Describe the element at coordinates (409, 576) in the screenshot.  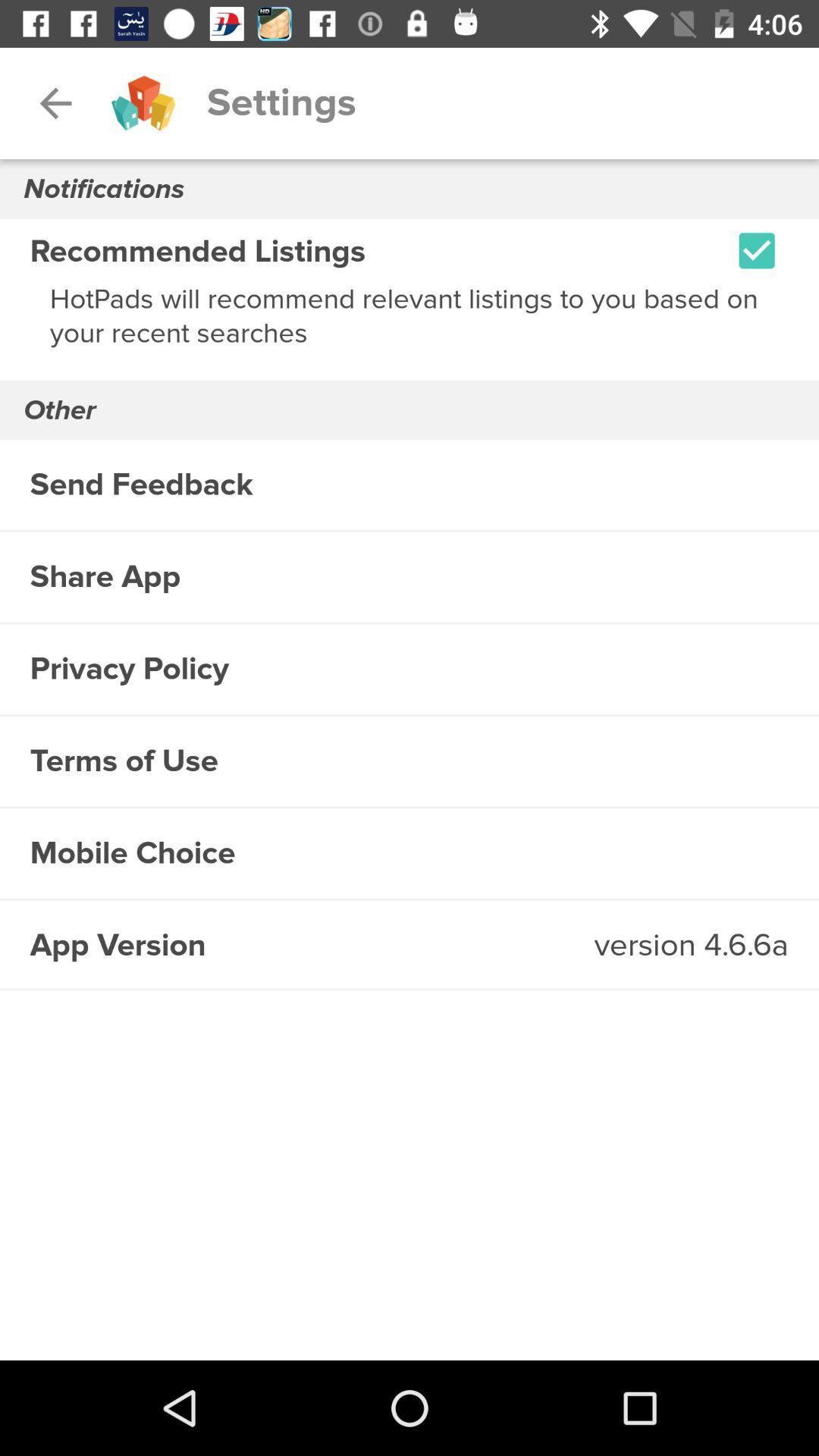
I see `the share app  item` at that location.